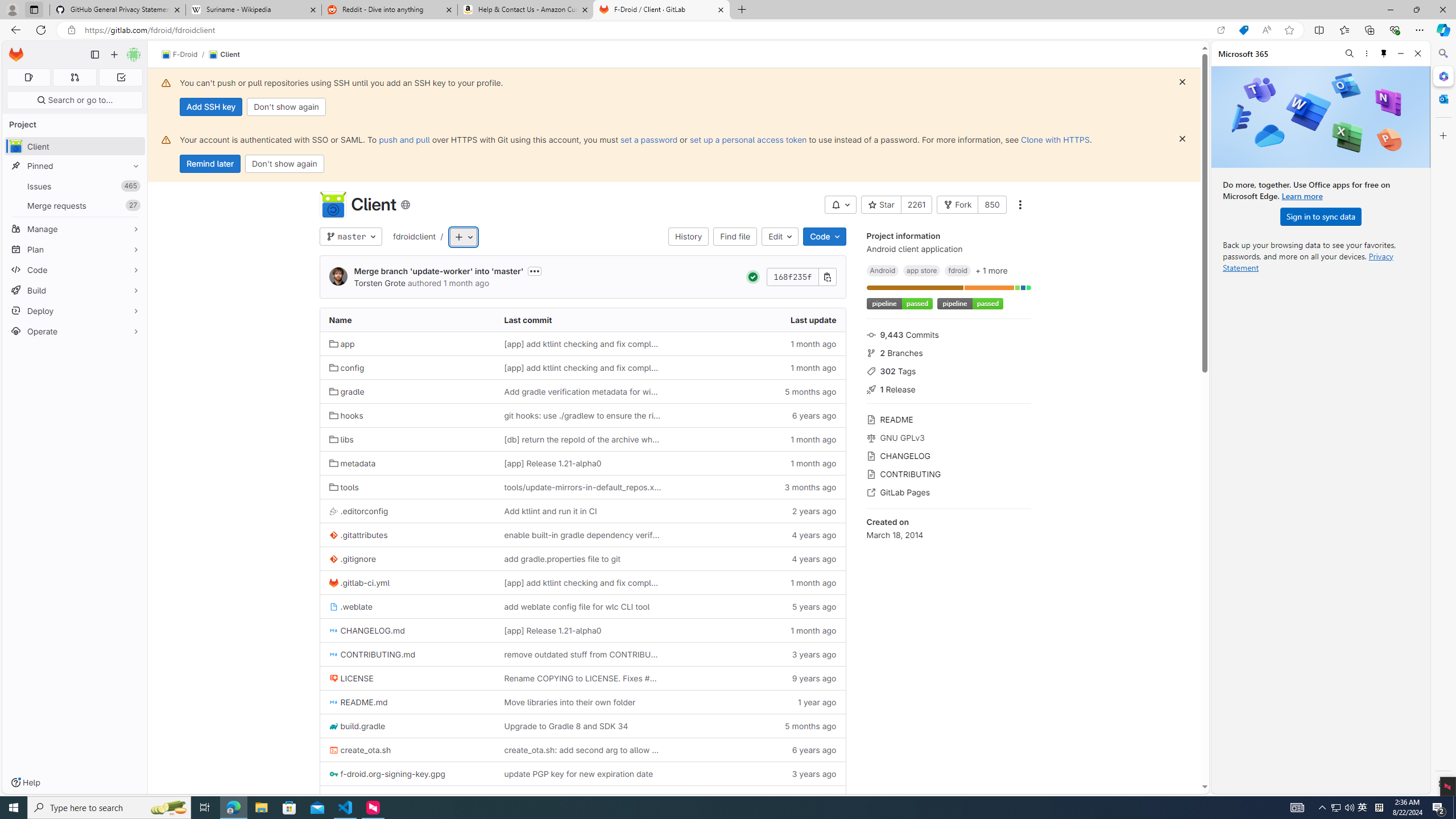 The width and height of the screenshot is (1456, 819). I want to click on 'Remind later', so click(209, 163).